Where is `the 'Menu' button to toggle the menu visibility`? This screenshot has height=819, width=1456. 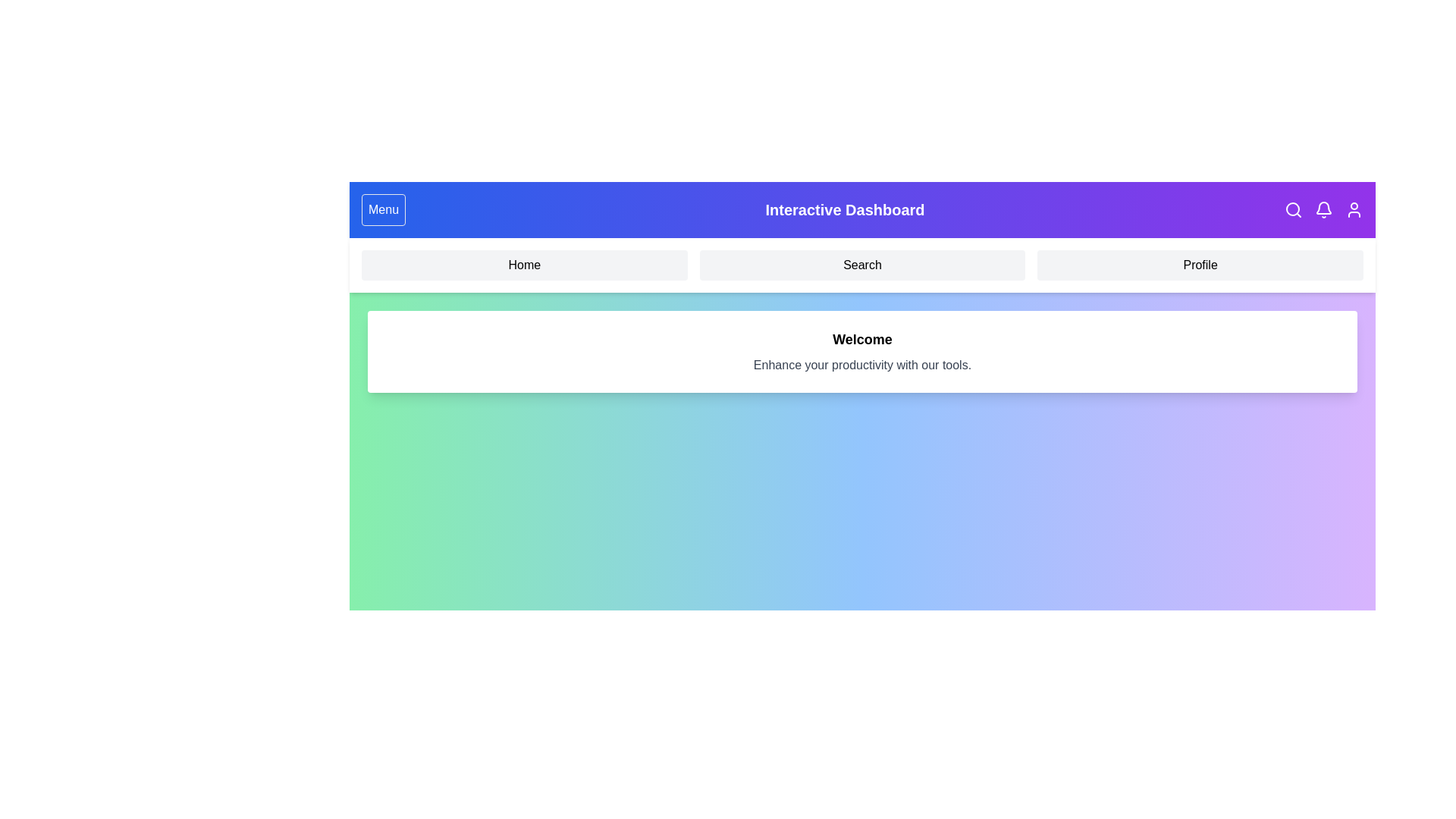 the 'Menu' button to toggle the menu visibility is located at coordinates (383, 210).